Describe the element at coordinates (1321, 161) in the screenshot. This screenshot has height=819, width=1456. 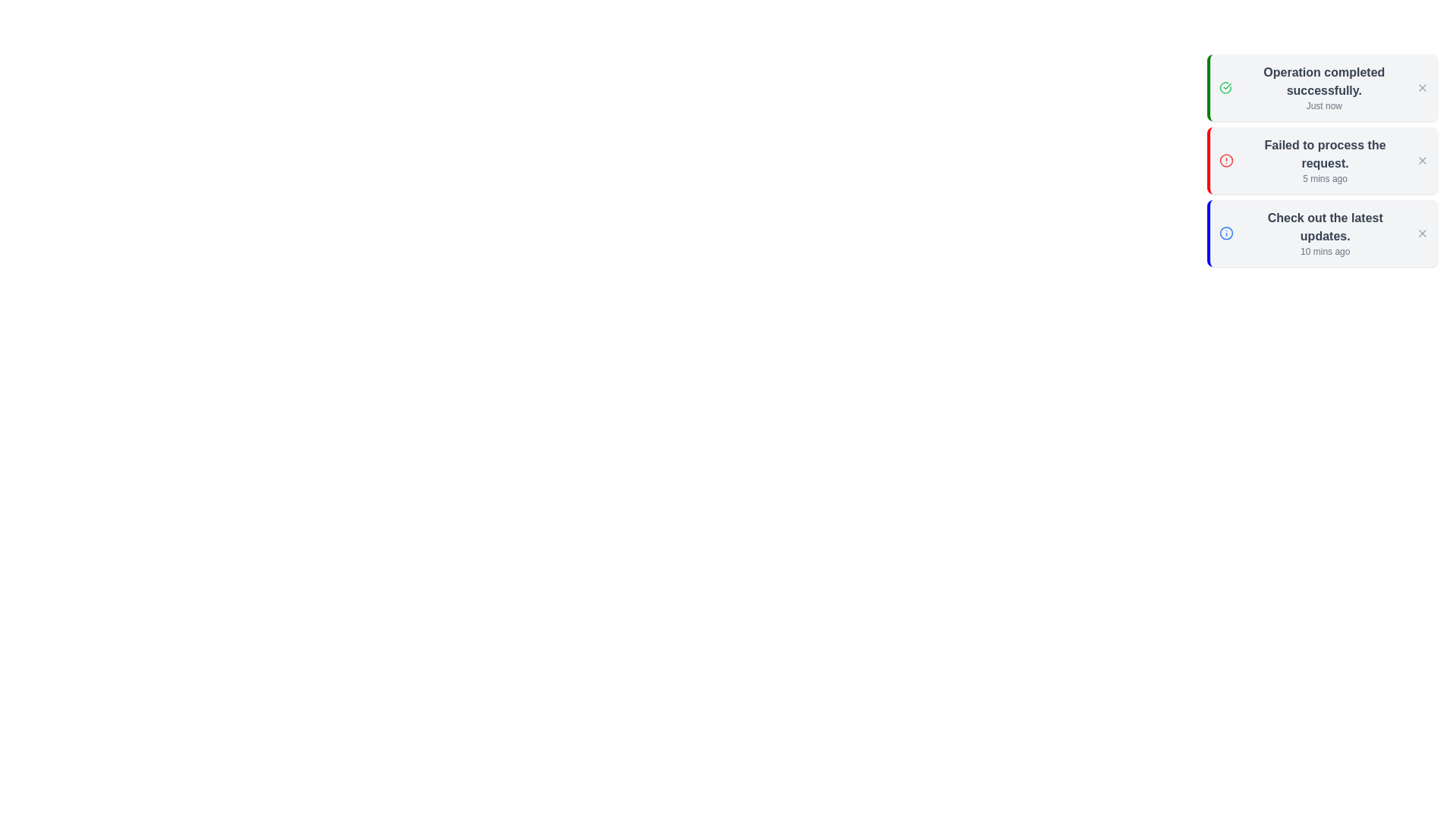
I see `the notification area to observe the timestamp information` at that location.